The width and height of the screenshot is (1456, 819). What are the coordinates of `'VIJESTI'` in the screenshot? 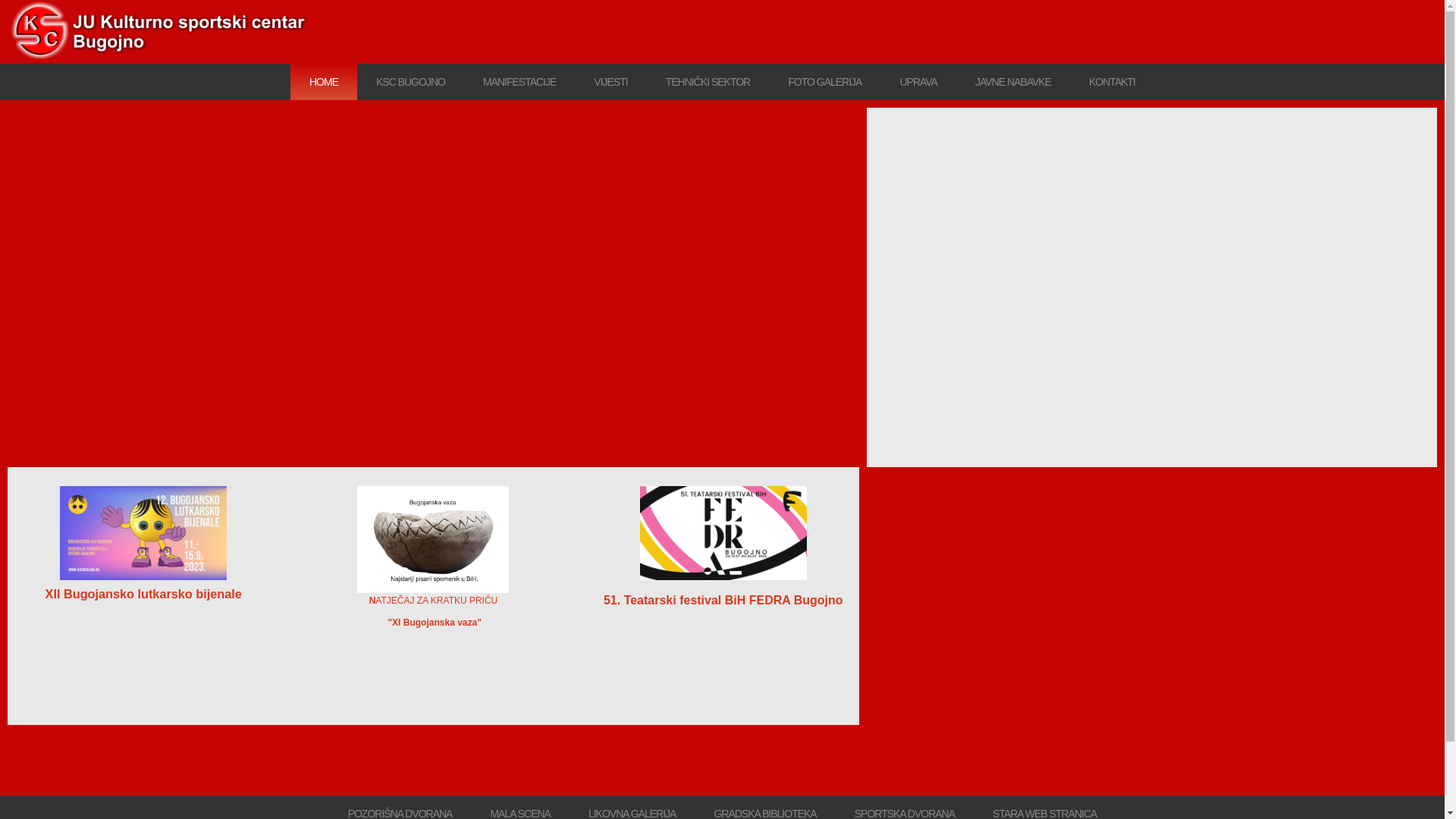 It's located at (610, 82).